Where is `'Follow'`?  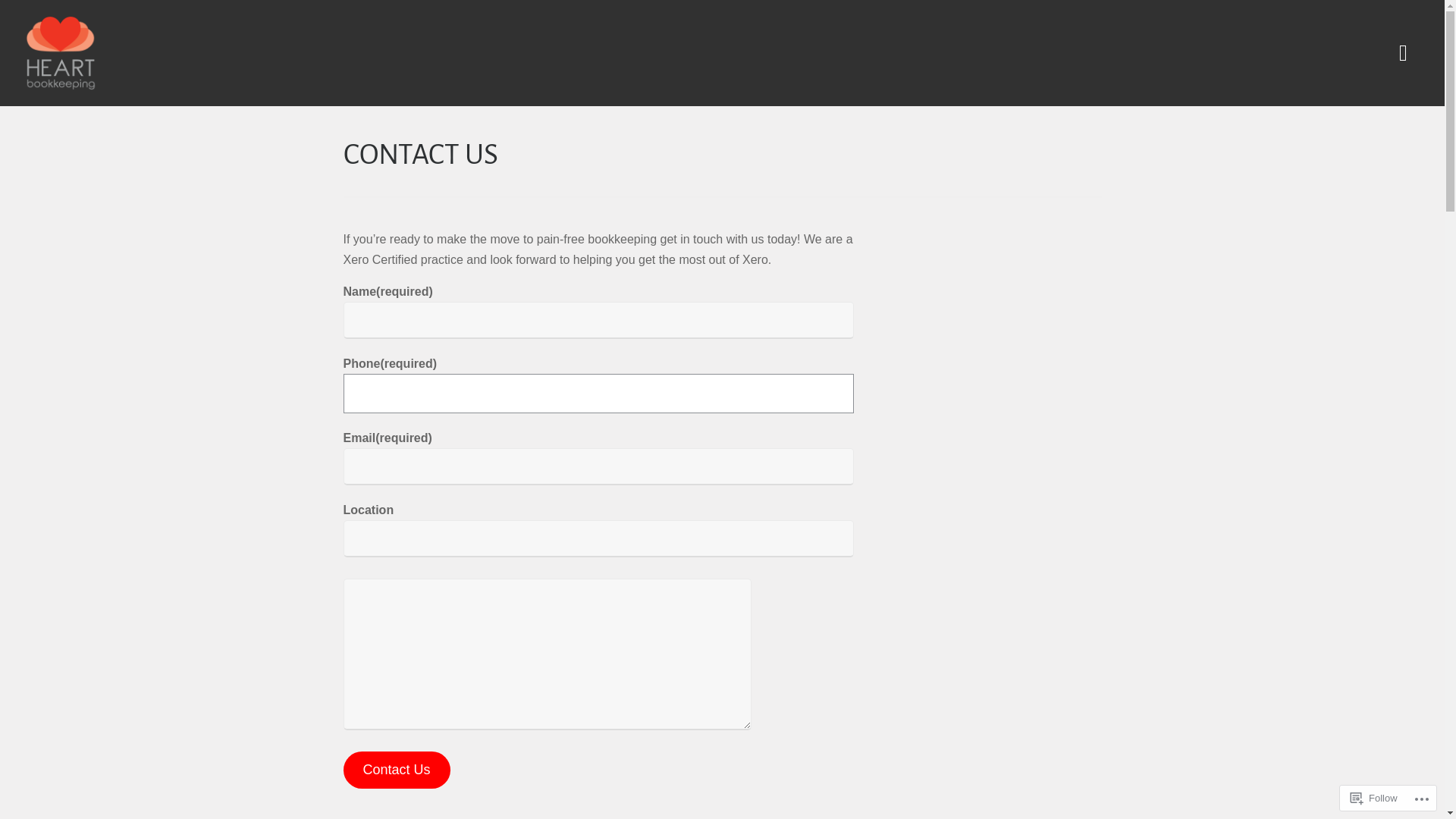
'Follow' is located at coordinates (1374, 797).